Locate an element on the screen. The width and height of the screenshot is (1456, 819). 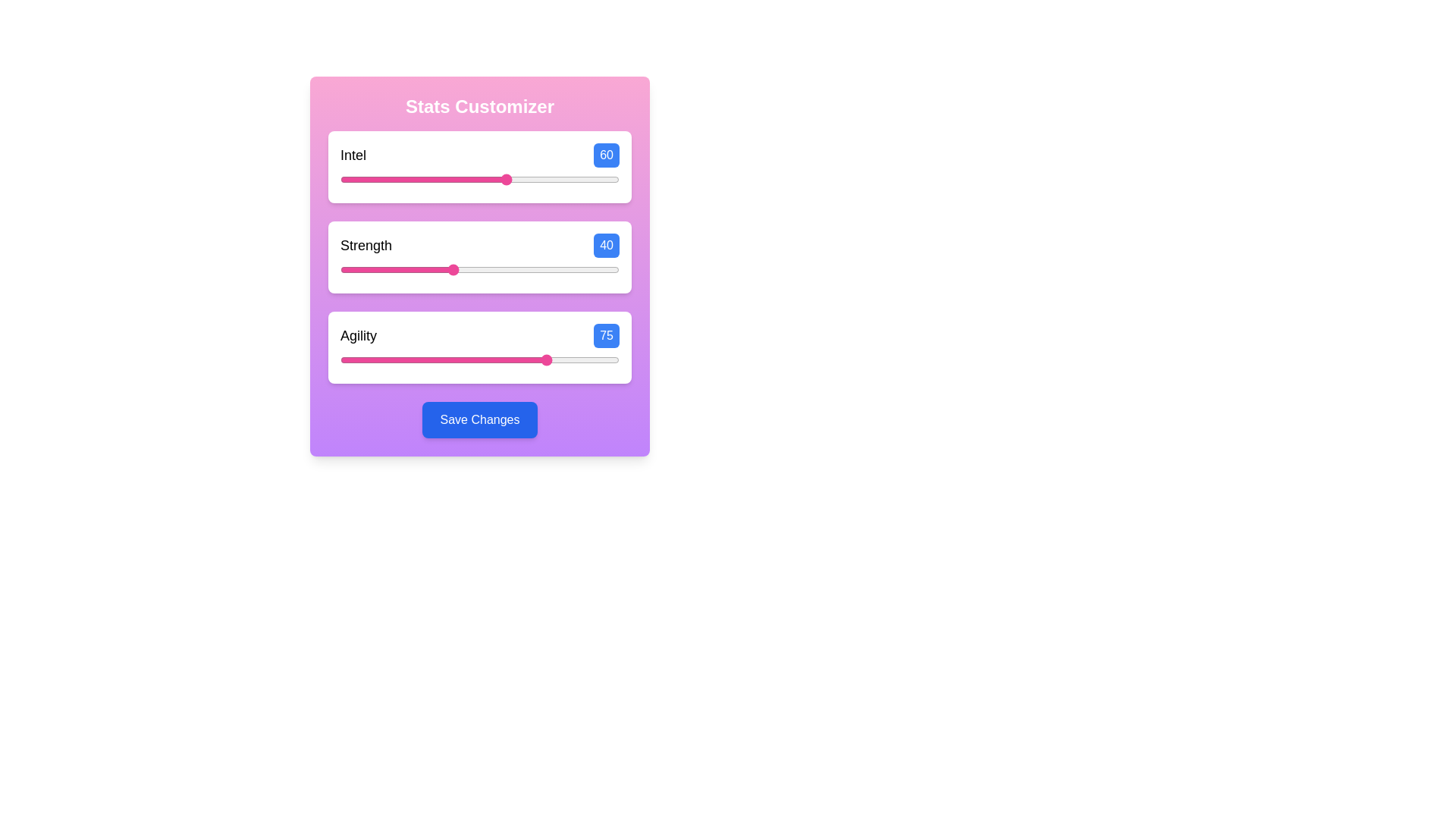
the intelligence attribute is located at coordinates (585, 178).